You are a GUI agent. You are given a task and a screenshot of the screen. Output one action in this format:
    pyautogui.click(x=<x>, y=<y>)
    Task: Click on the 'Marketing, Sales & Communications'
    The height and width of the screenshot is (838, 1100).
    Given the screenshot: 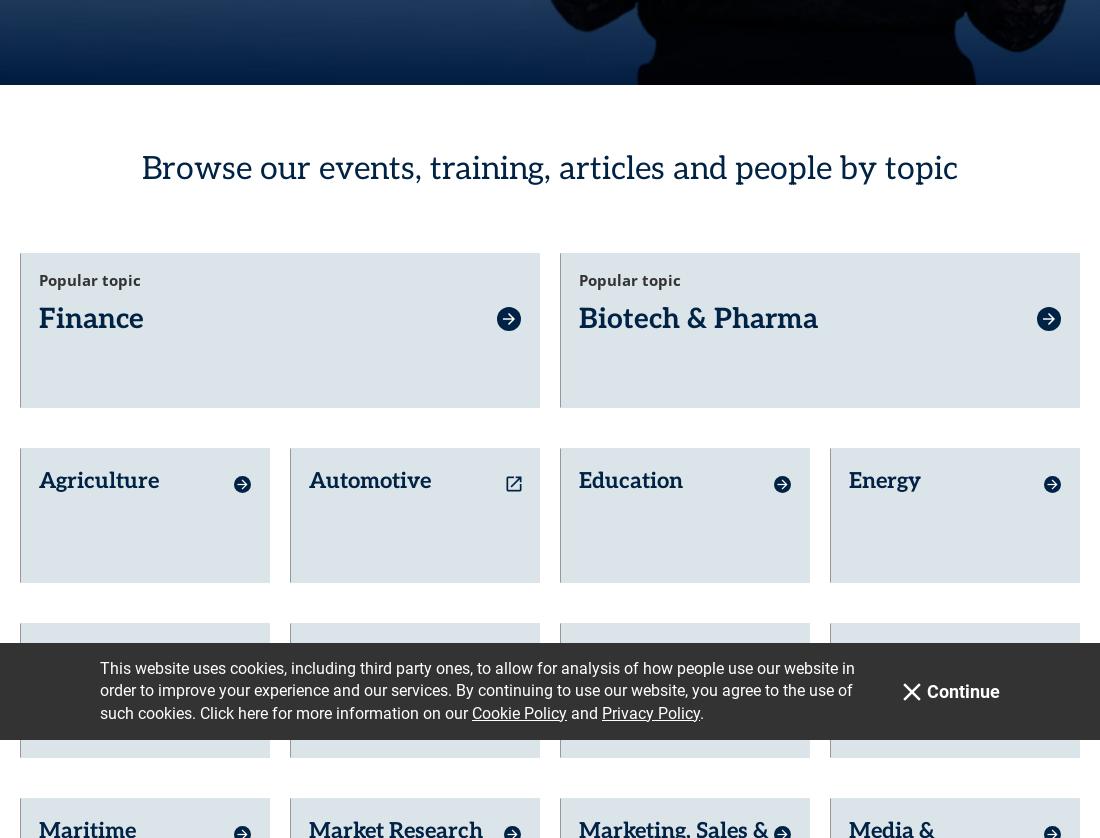 What is the action you would take?
    pyautogui.click(x=673, y=615)
    